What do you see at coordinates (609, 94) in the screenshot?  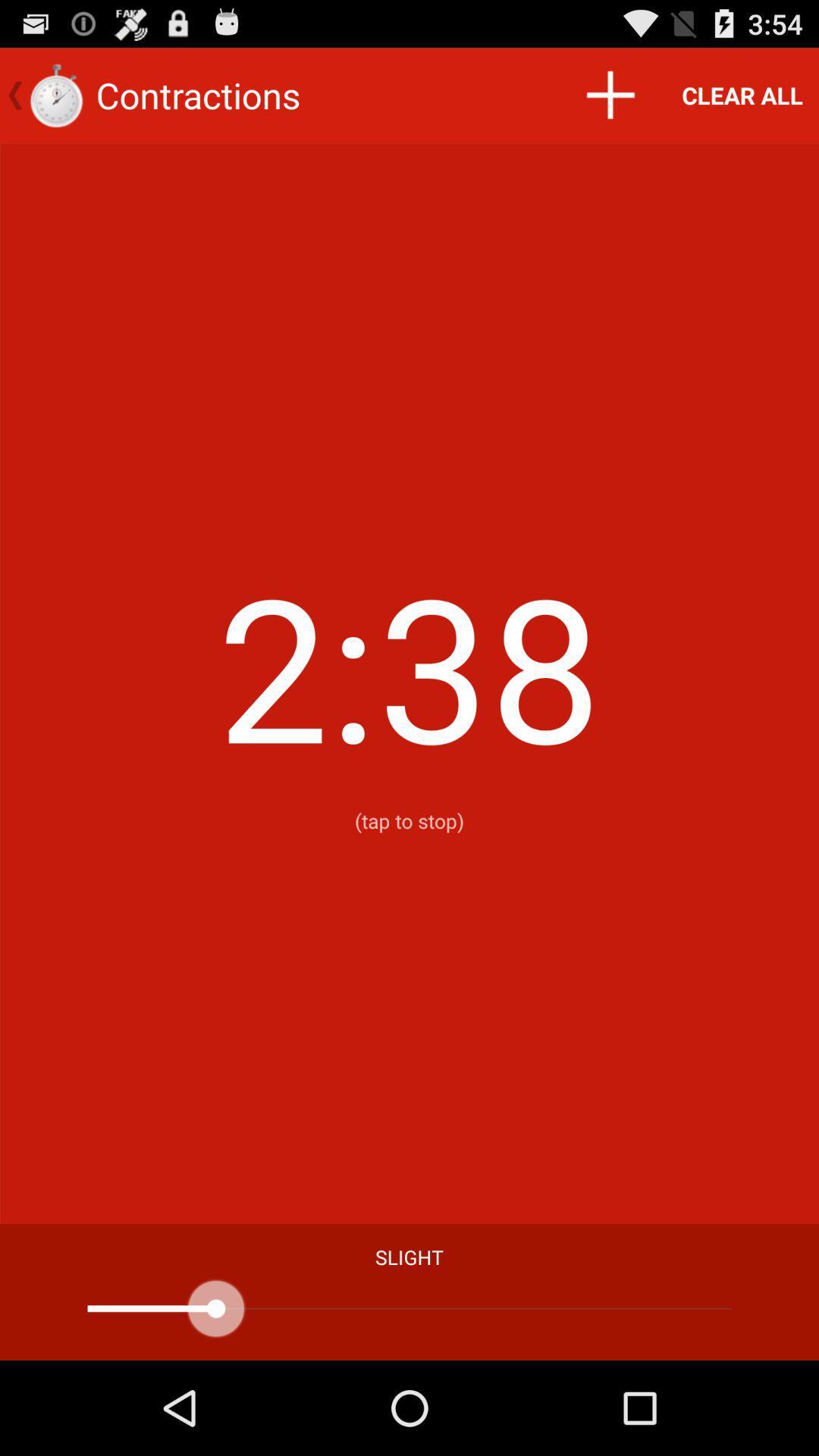 I see `the icon next to contractions icon` at bounding box center [609, 94].